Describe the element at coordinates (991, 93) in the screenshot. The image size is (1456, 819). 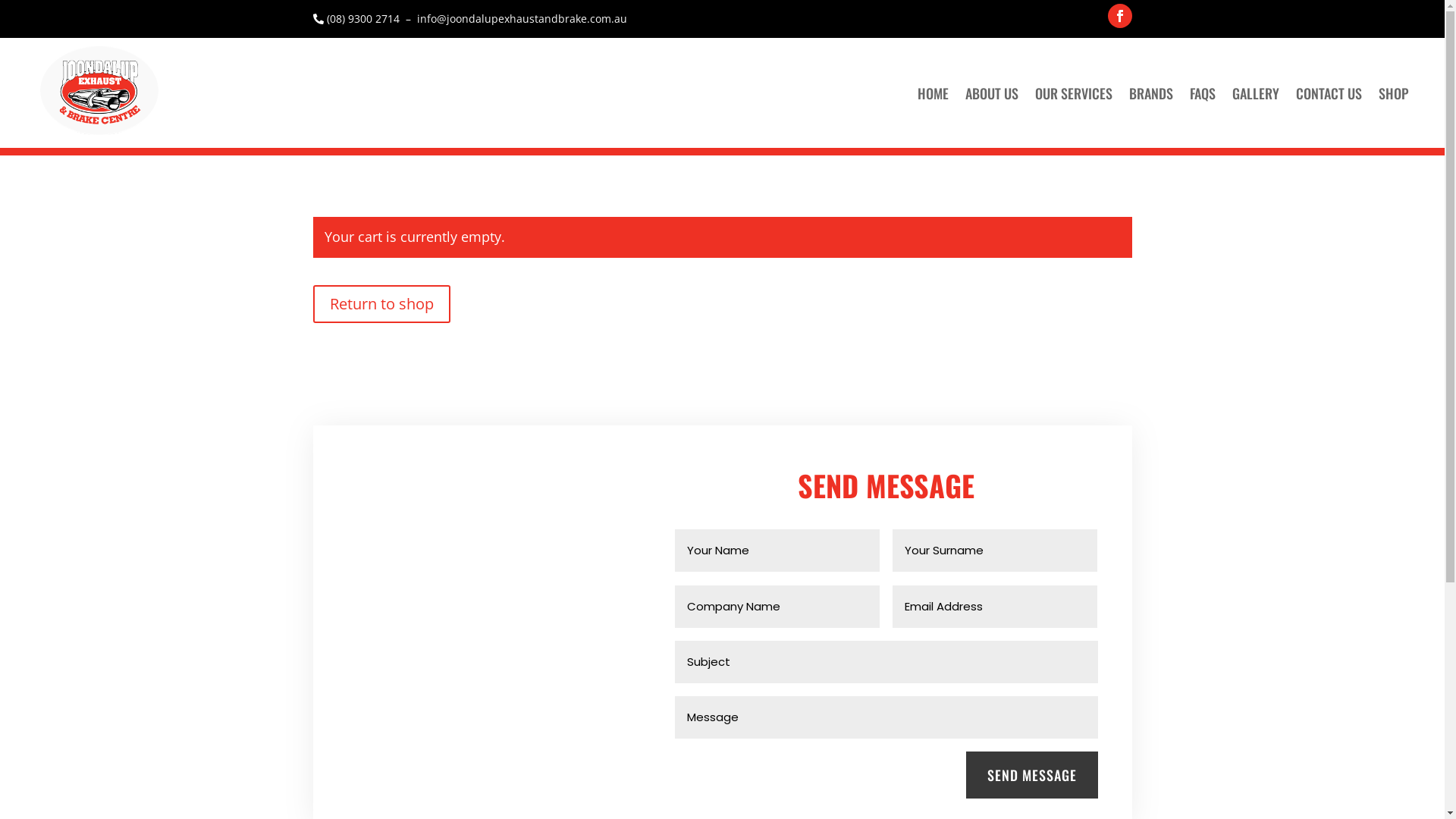
I see `'ABOUT US'` at that location.